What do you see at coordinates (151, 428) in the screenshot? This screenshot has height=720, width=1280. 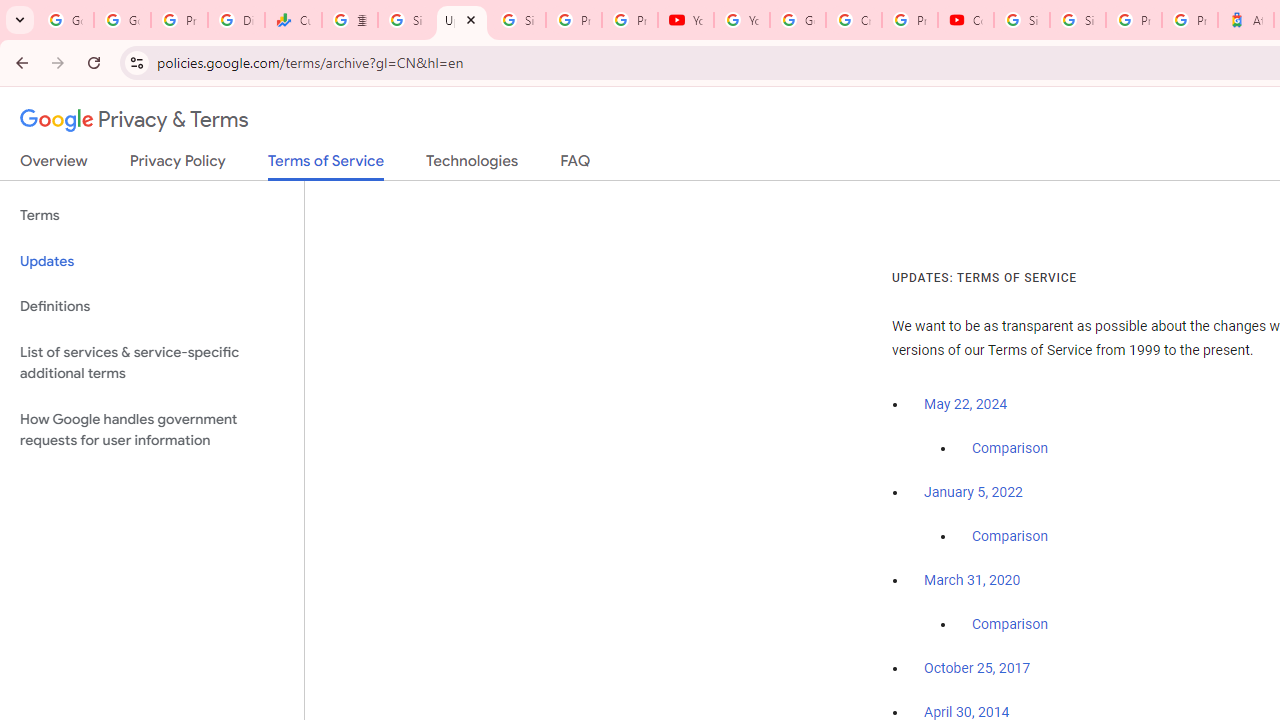 I see `'How Google handles government requests for user information'` at bounding box center [151, 428].